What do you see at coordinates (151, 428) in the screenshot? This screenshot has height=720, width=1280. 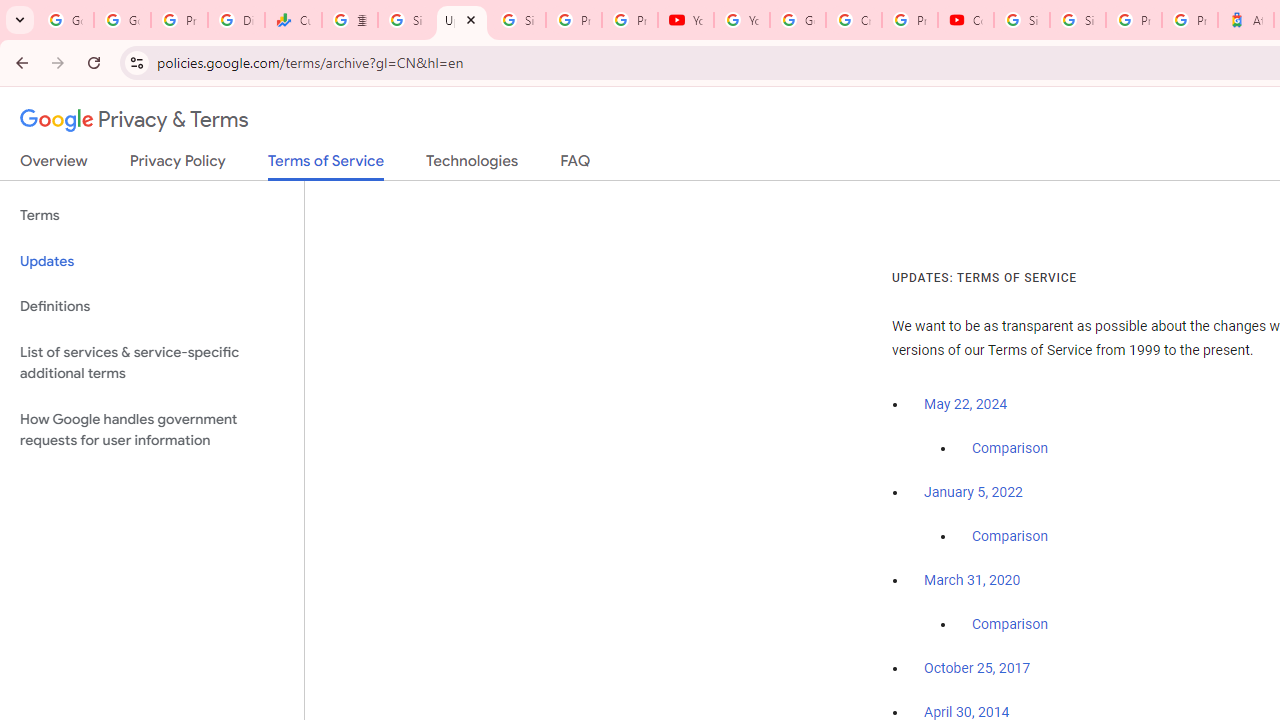 I see `'How Google handles government requests for user information'` at bounding box center [151, 428].